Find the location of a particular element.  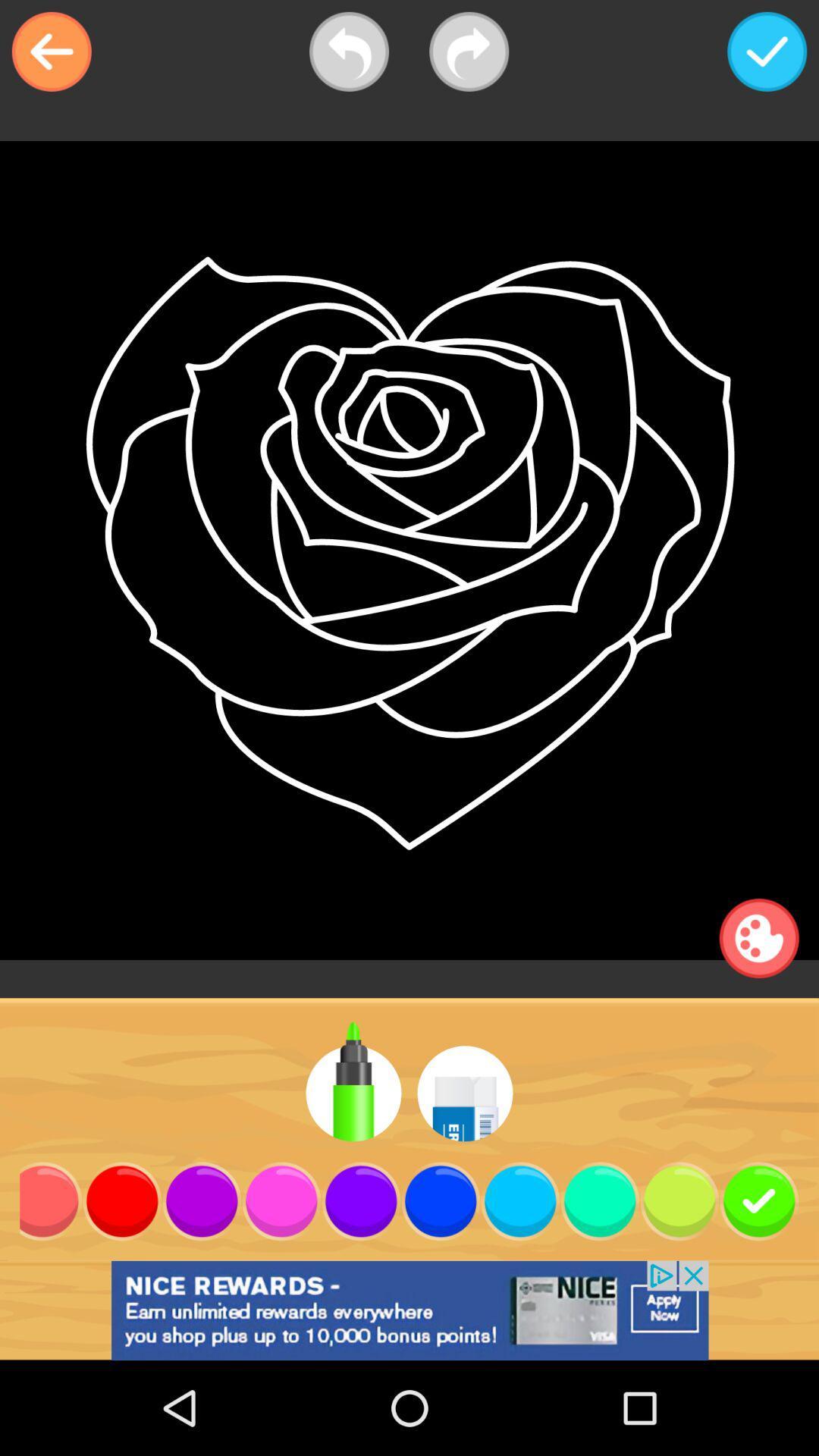

the redo icon is located at coordinates (468, 52).